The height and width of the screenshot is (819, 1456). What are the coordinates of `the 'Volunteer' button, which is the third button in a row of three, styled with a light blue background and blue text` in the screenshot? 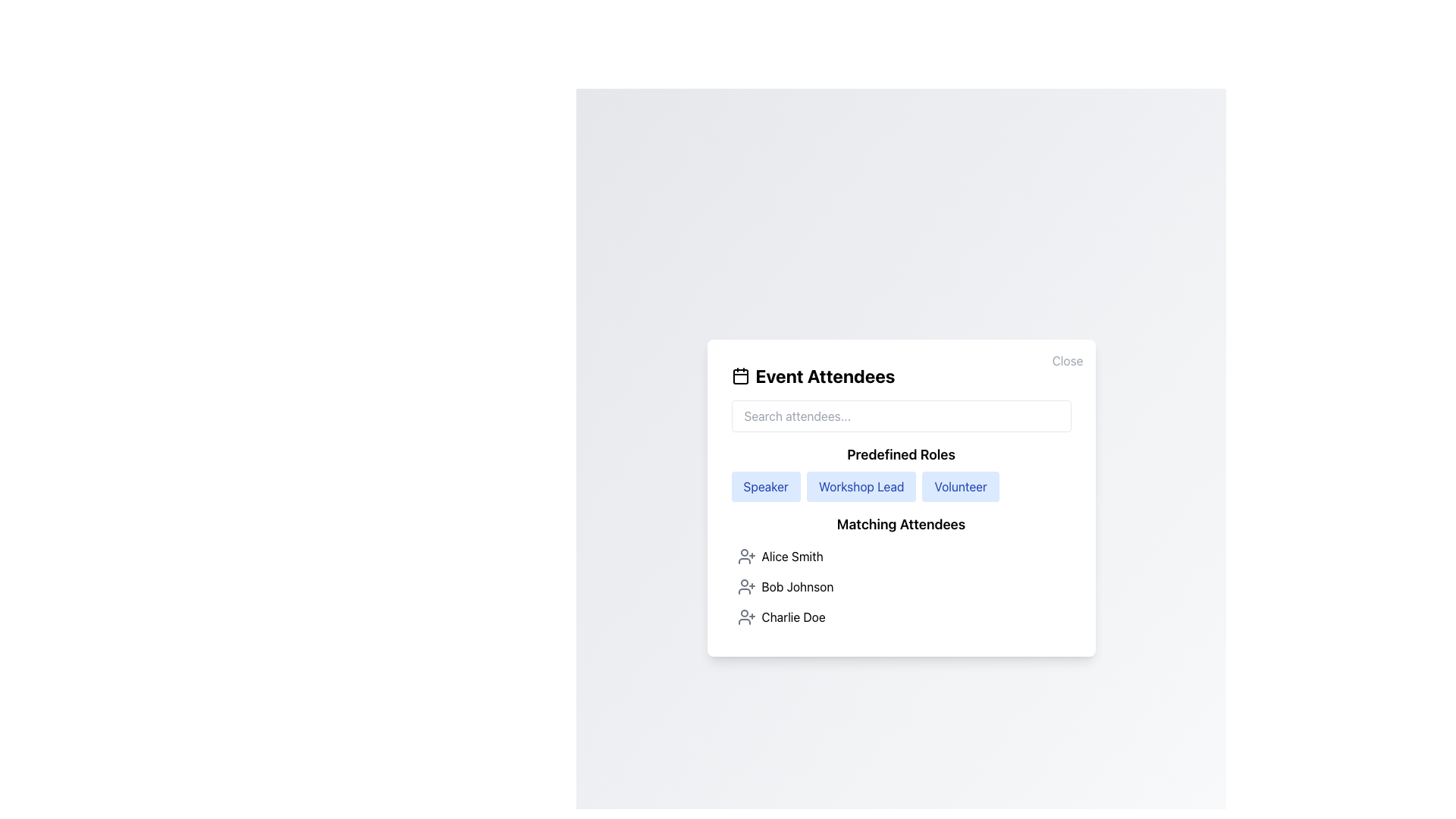 It's located at (960, 486).